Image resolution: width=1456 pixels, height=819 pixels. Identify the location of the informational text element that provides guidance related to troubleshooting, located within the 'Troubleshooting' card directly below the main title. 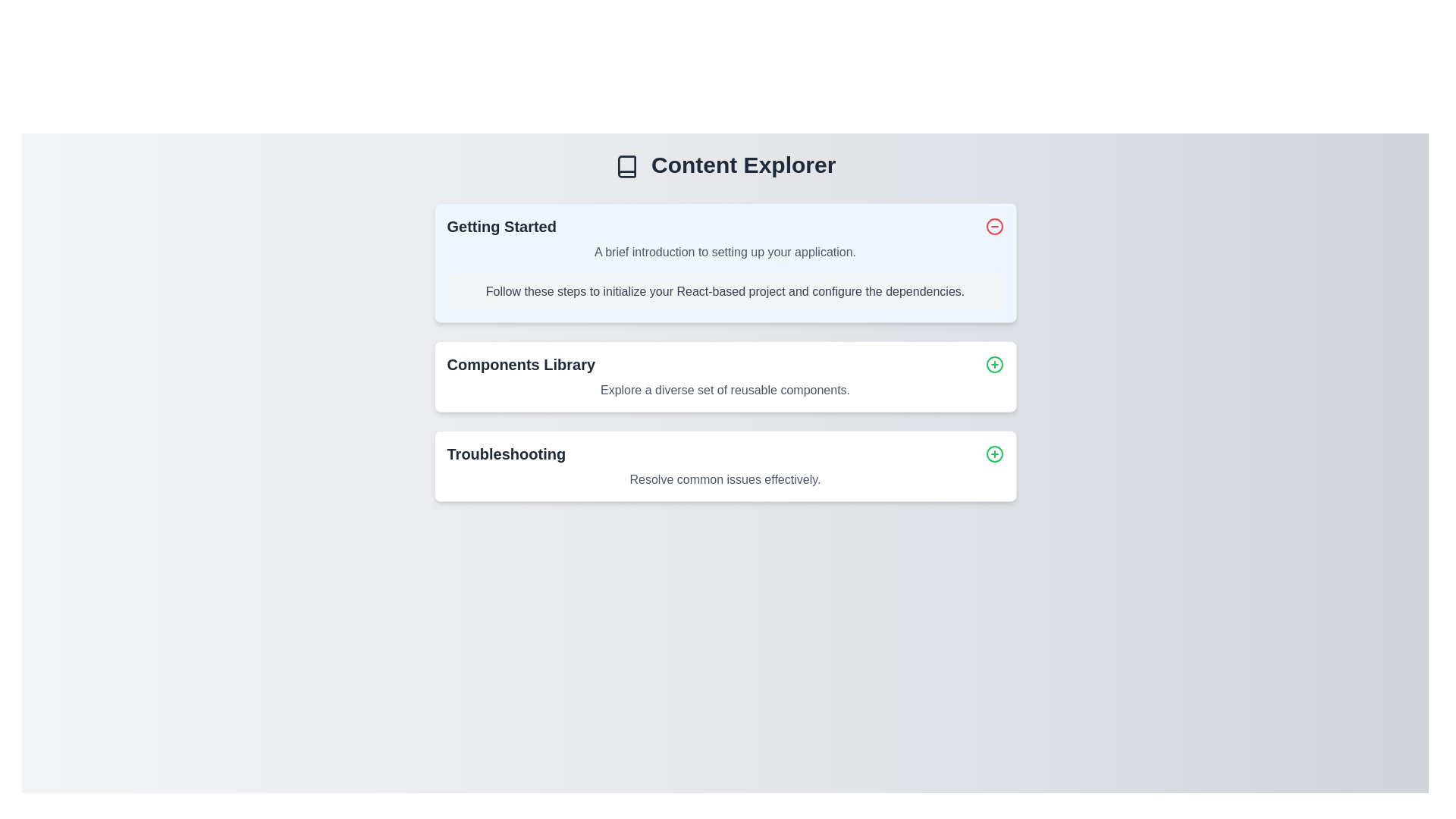
(724, 480).